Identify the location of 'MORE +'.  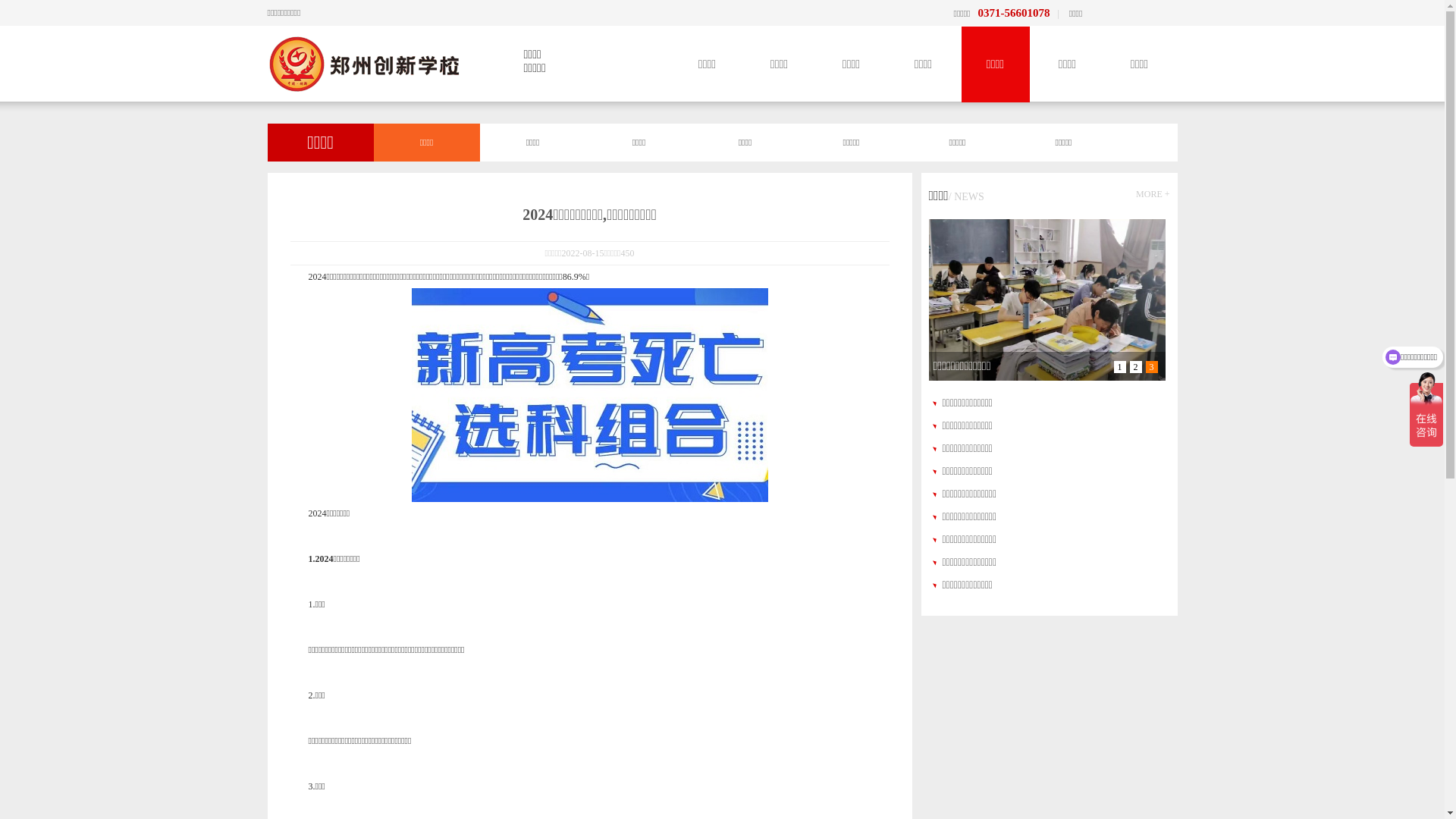
(1153, 193).